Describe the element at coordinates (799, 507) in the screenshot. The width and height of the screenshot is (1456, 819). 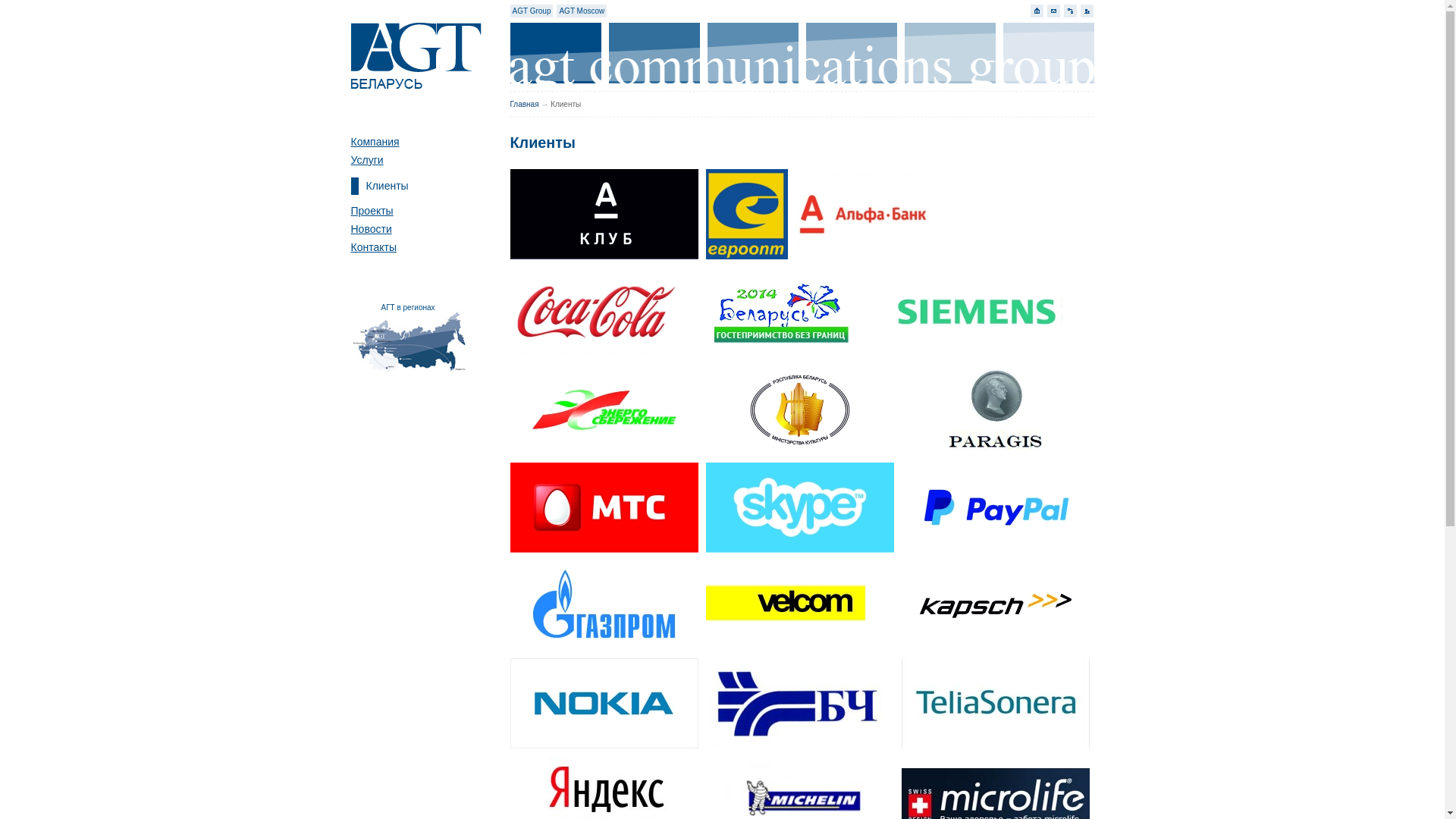
I see `'Skype'` at that location.